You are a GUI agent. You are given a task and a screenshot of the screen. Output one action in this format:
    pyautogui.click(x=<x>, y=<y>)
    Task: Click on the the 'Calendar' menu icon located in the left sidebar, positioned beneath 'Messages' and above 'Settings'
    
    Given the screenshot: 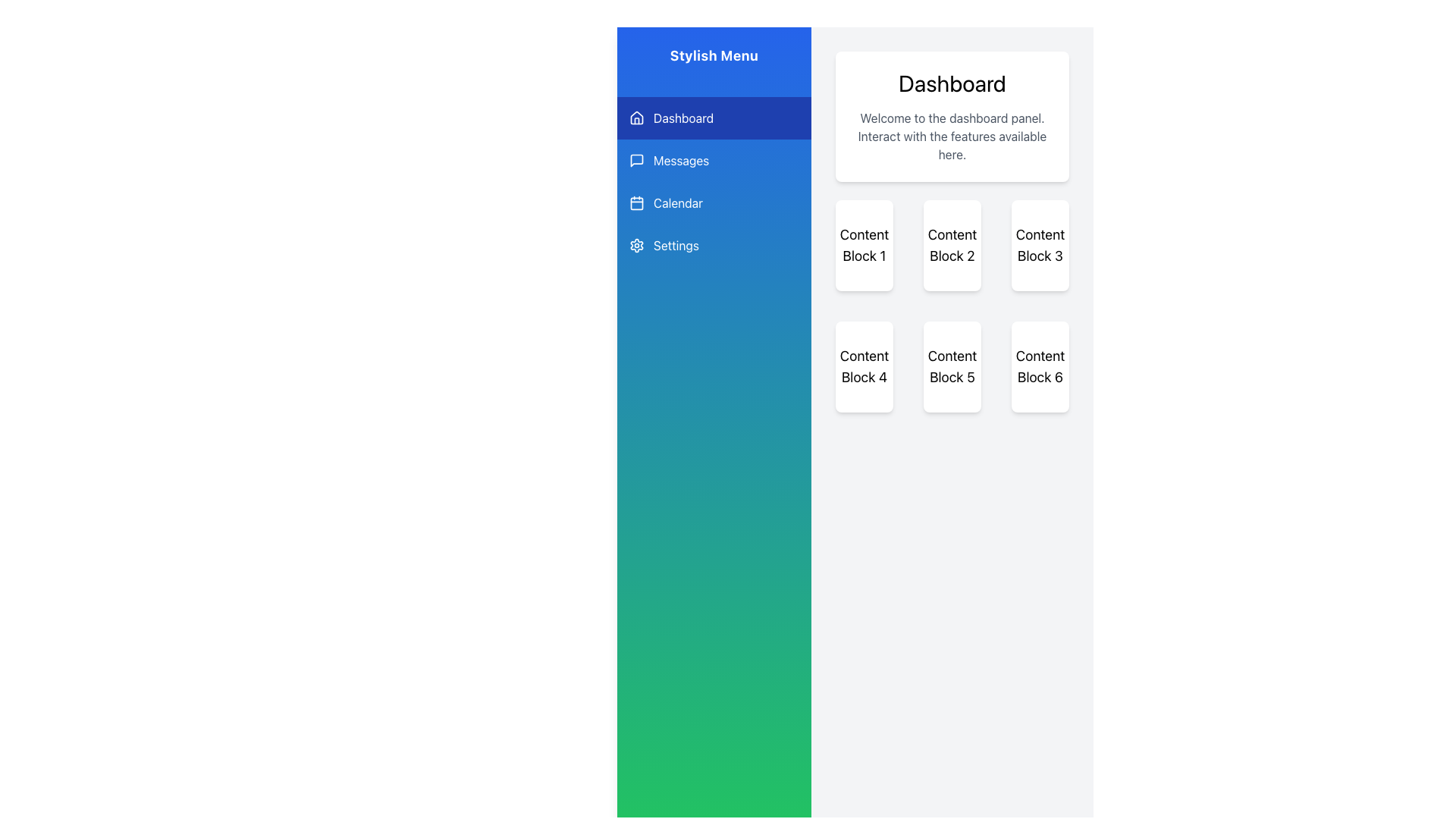 What is the action you would take?
    pyautogui.click(x=637, y=202)
    